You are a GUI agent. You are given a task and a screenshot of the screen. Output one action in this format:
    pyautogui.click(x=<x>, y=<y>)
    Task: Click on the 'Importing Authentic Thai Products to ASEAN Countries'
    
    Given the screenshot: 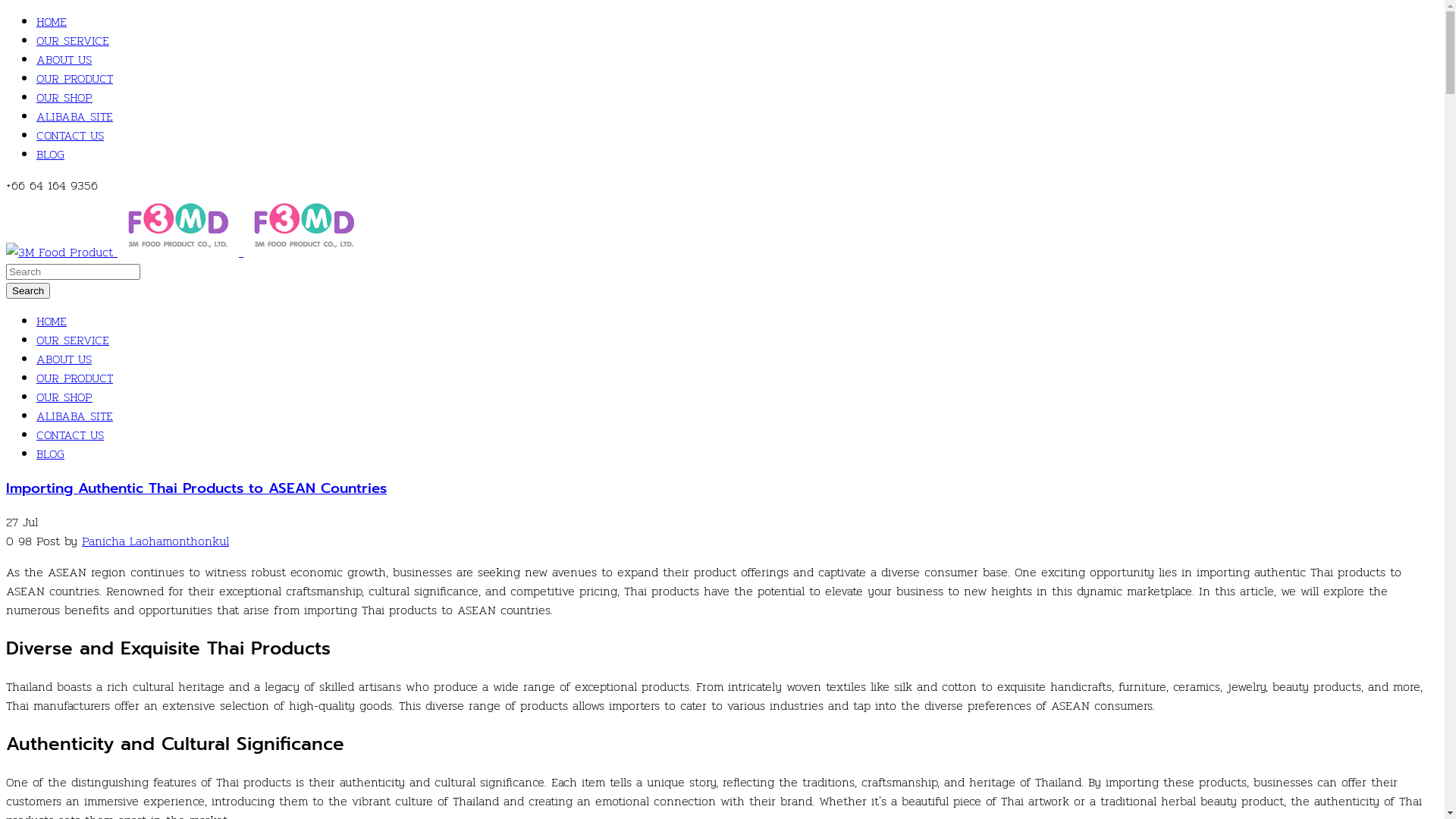 What is the action you would take?
    pyautogui.click(x=6, y=488)
    